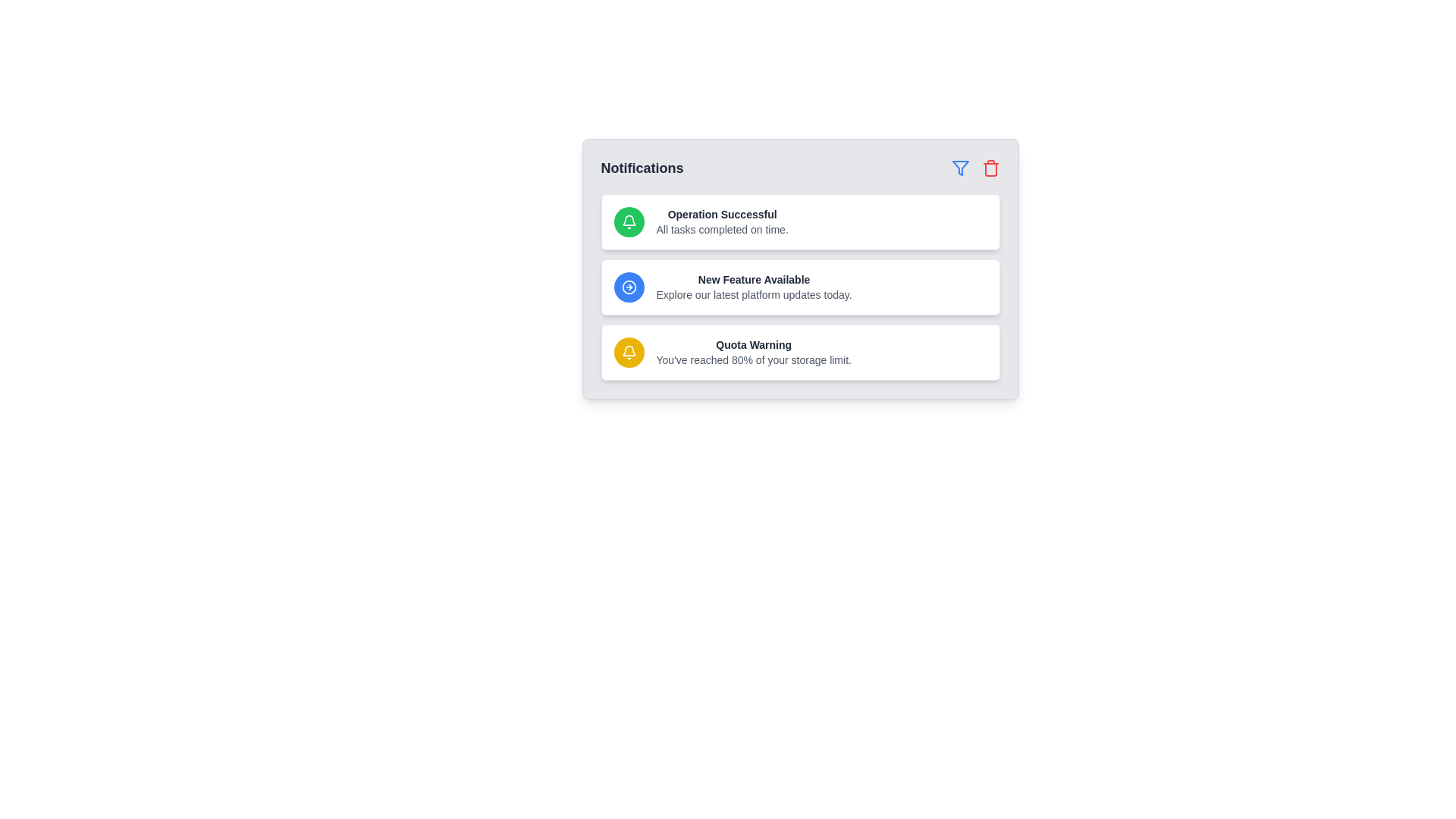 The width and height of the screenshot is (1456, 819). I want to click on the text content of the 'Quota Warning' label, which is a bold text element located at the top of the third notification entry in the notification panel, so click(754, 345).